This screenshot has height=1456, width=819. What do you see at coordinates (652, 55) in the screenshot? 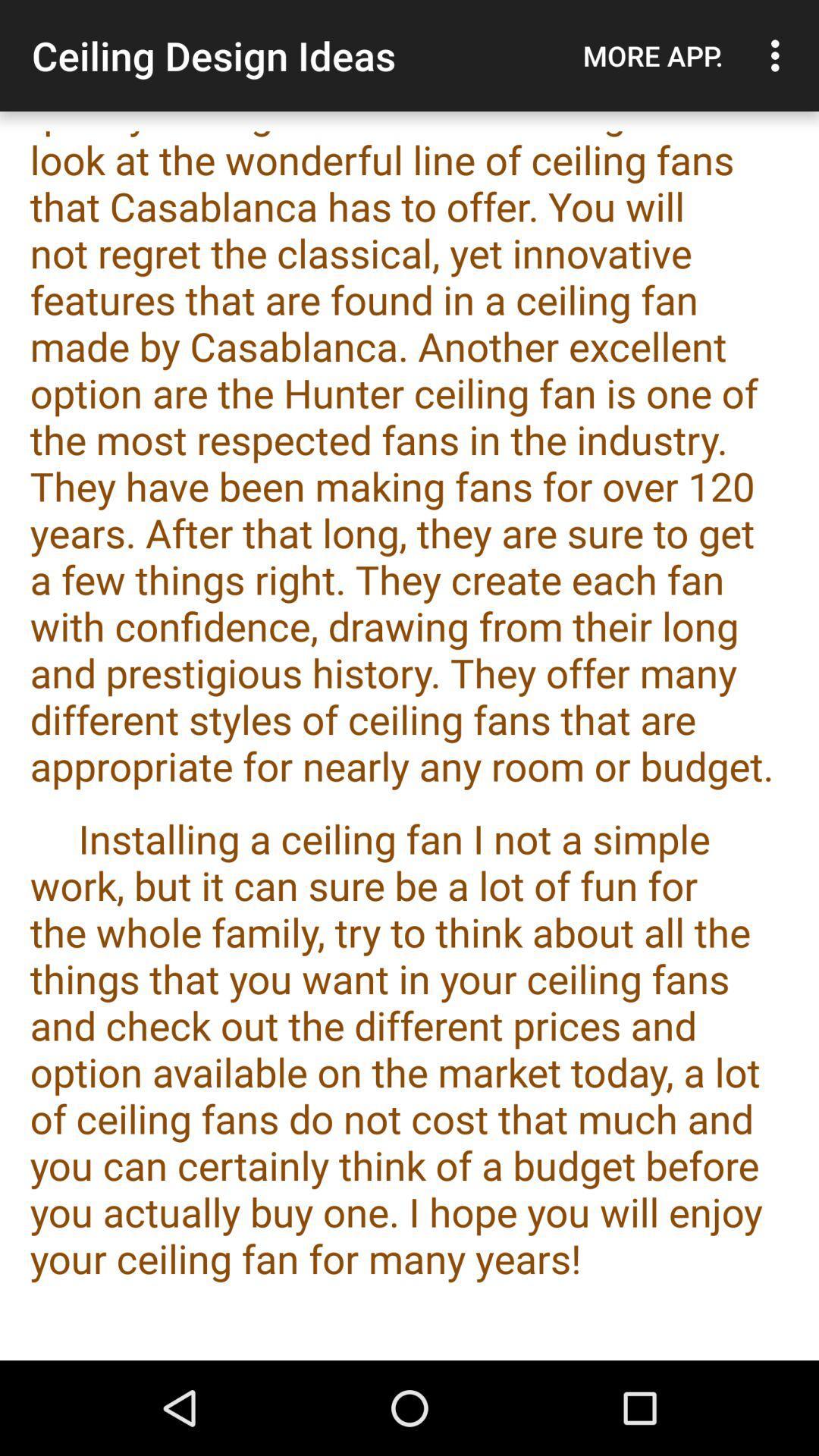
I see `the more app.` at bounding box center [652, 55].